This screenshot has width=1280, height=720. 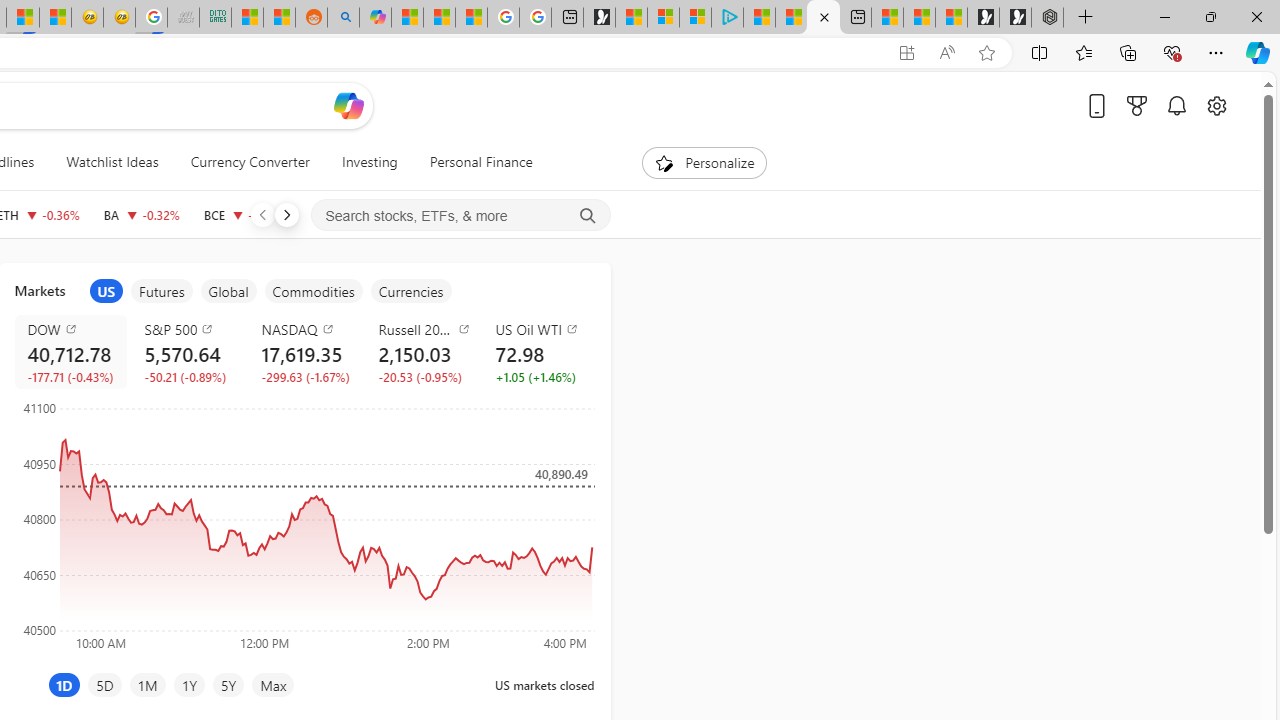 I want to click on 'DOW DJI decrease 40,712.78 -177.71 -0.43%', so click(x=70, y=351).